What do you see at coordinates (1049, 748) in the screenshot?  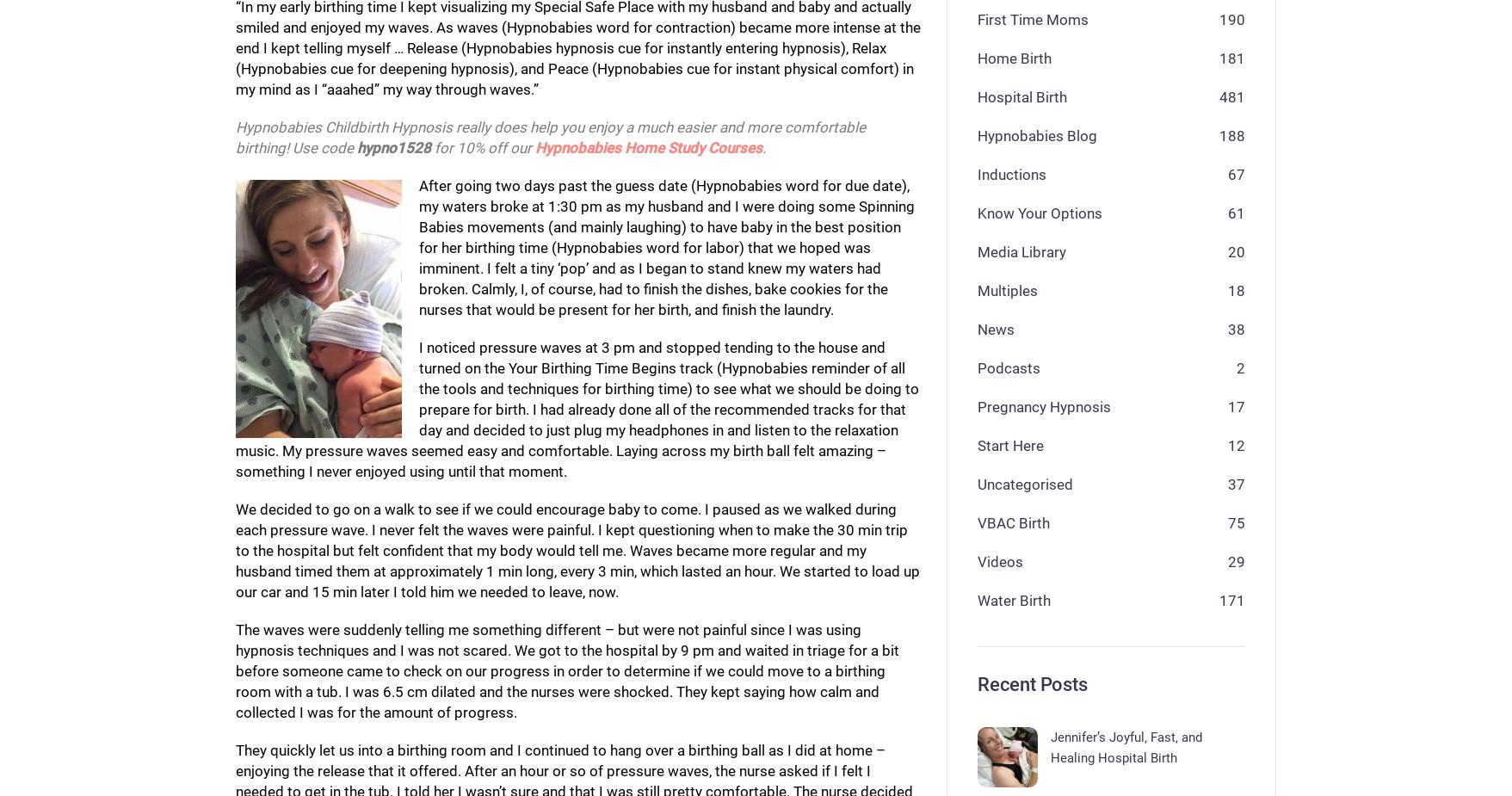 I see `'Jennifer’s Joyful, Fast, and Healing Hospital Birth'` at bounding box center [1049, 748].